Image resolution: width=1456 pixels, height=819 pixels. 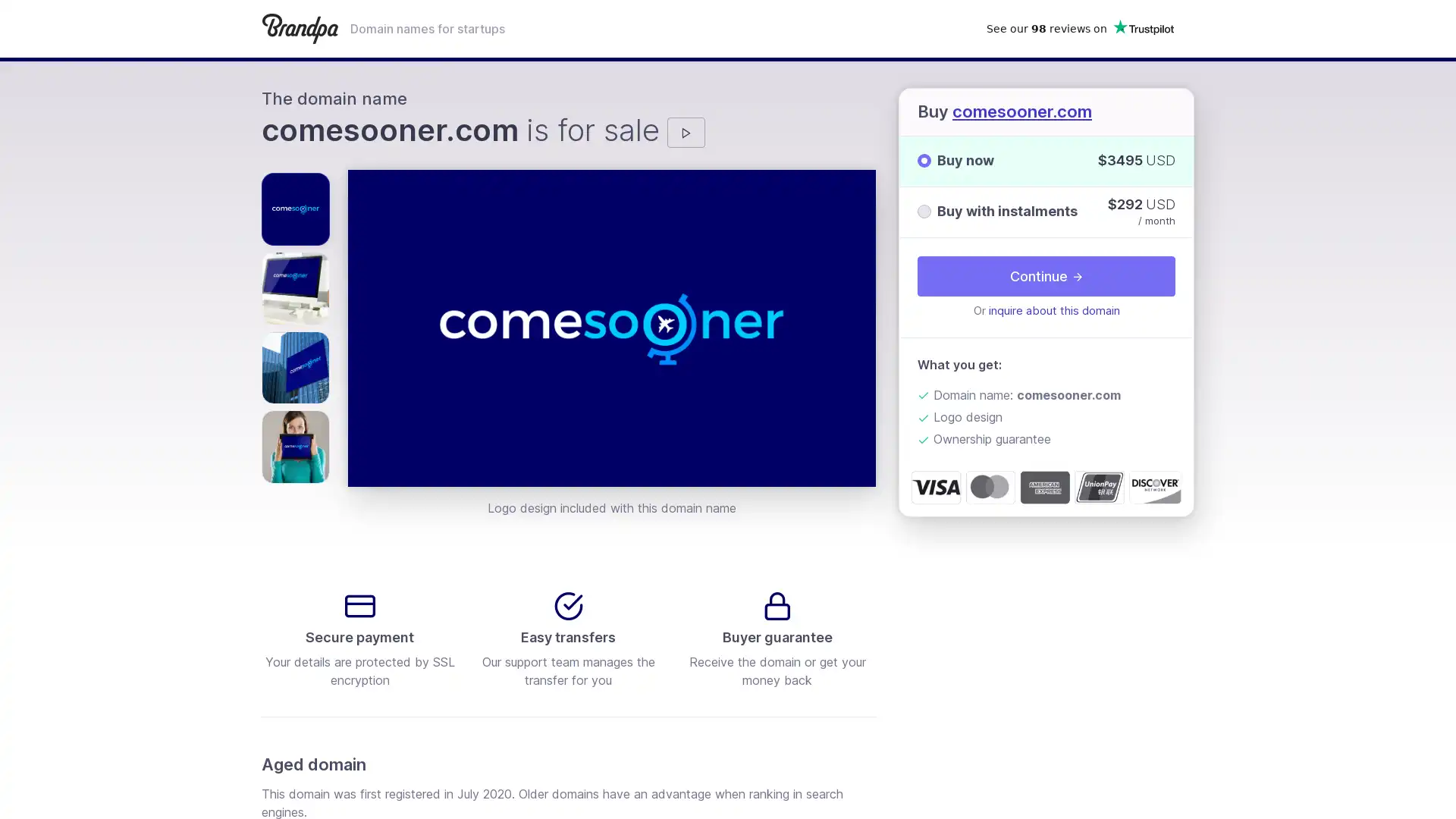 What do you see at coordinates (1046, 211) in the screenshot?
I see `Buy with instalments $292 USD / month` at bounding box center [1046, 211].